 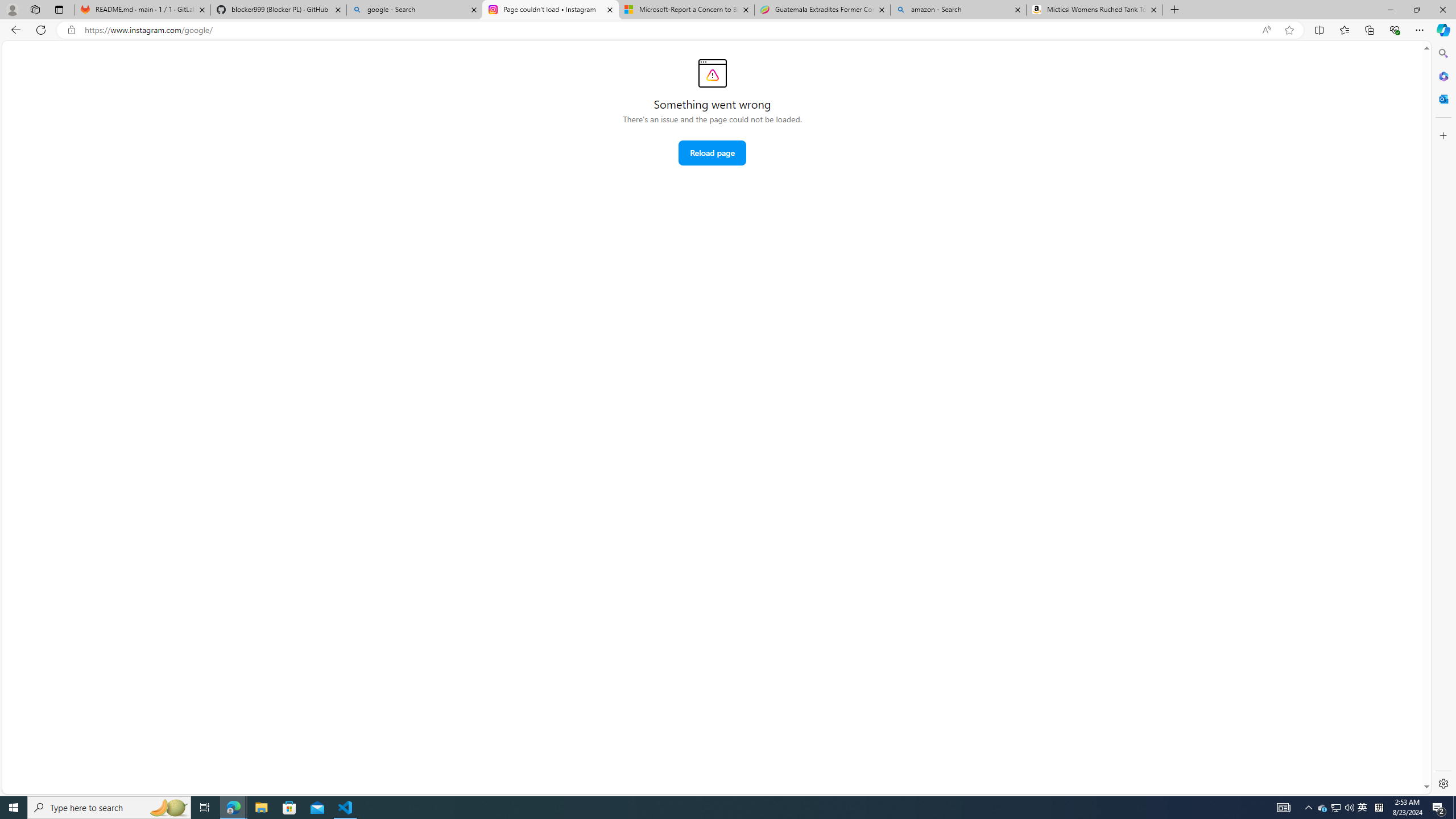 I want to click on 'Refresh', so click(x=40, y=29).